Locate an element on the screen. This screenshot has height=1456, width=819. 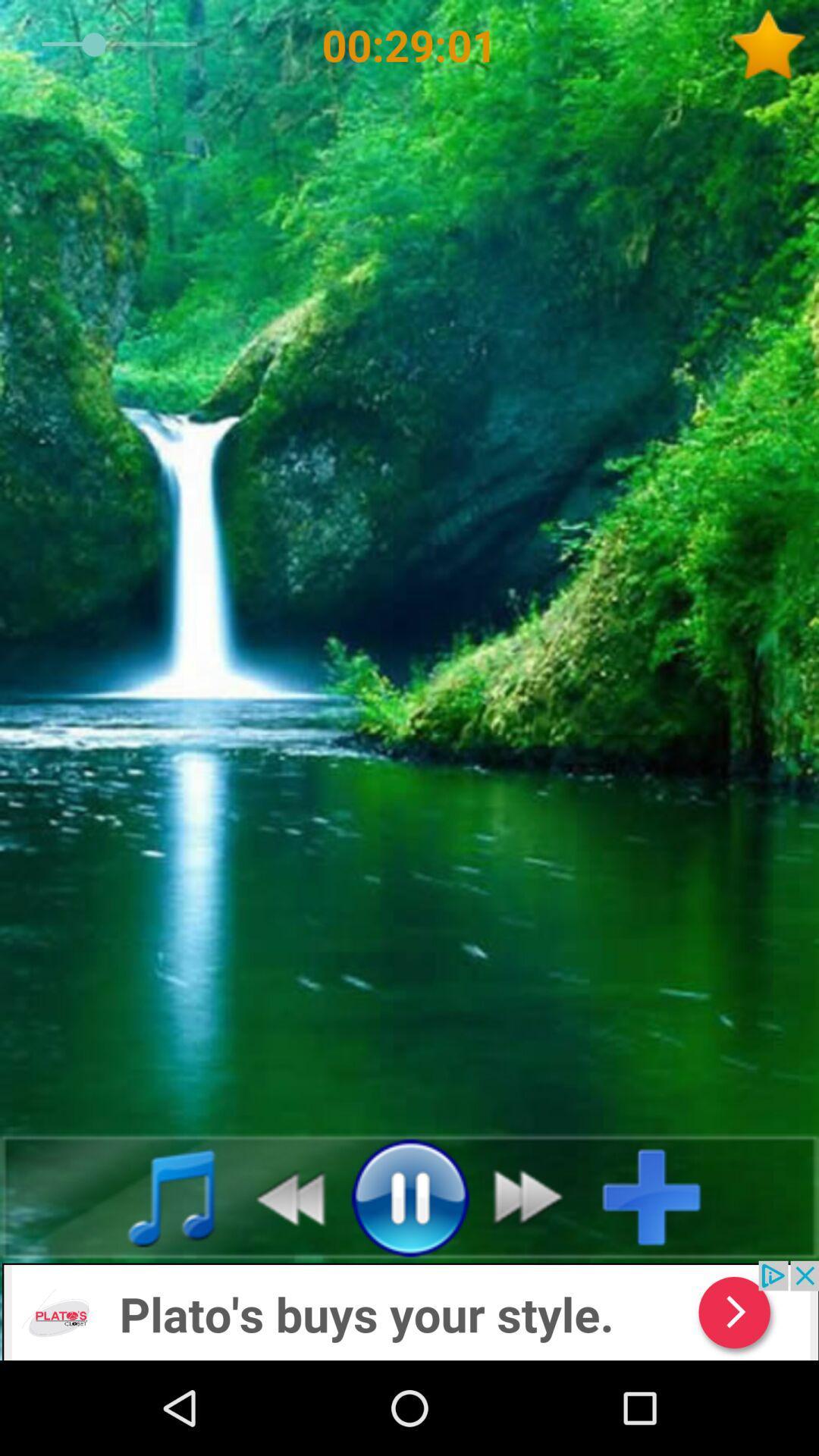
switch to move forward is located at coordinates (536, 1196).